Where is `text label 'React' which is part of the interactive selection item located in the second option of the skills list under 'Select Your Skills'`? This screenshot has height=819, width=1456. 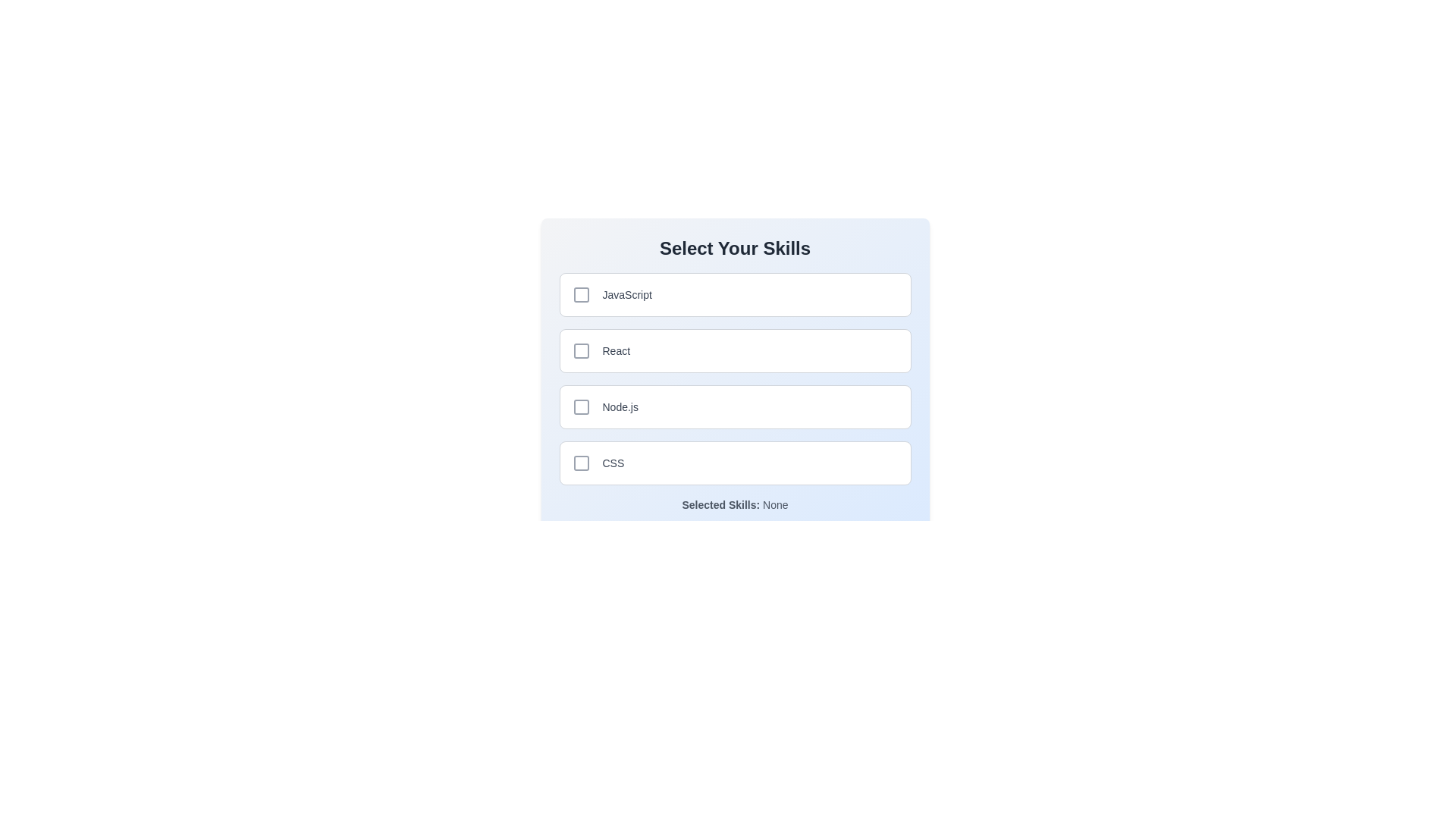 text label 'React' which is part of the interactive selection item located in the second option of the skills list under 'Select Your Skills' is located at coordinates (616, 350).